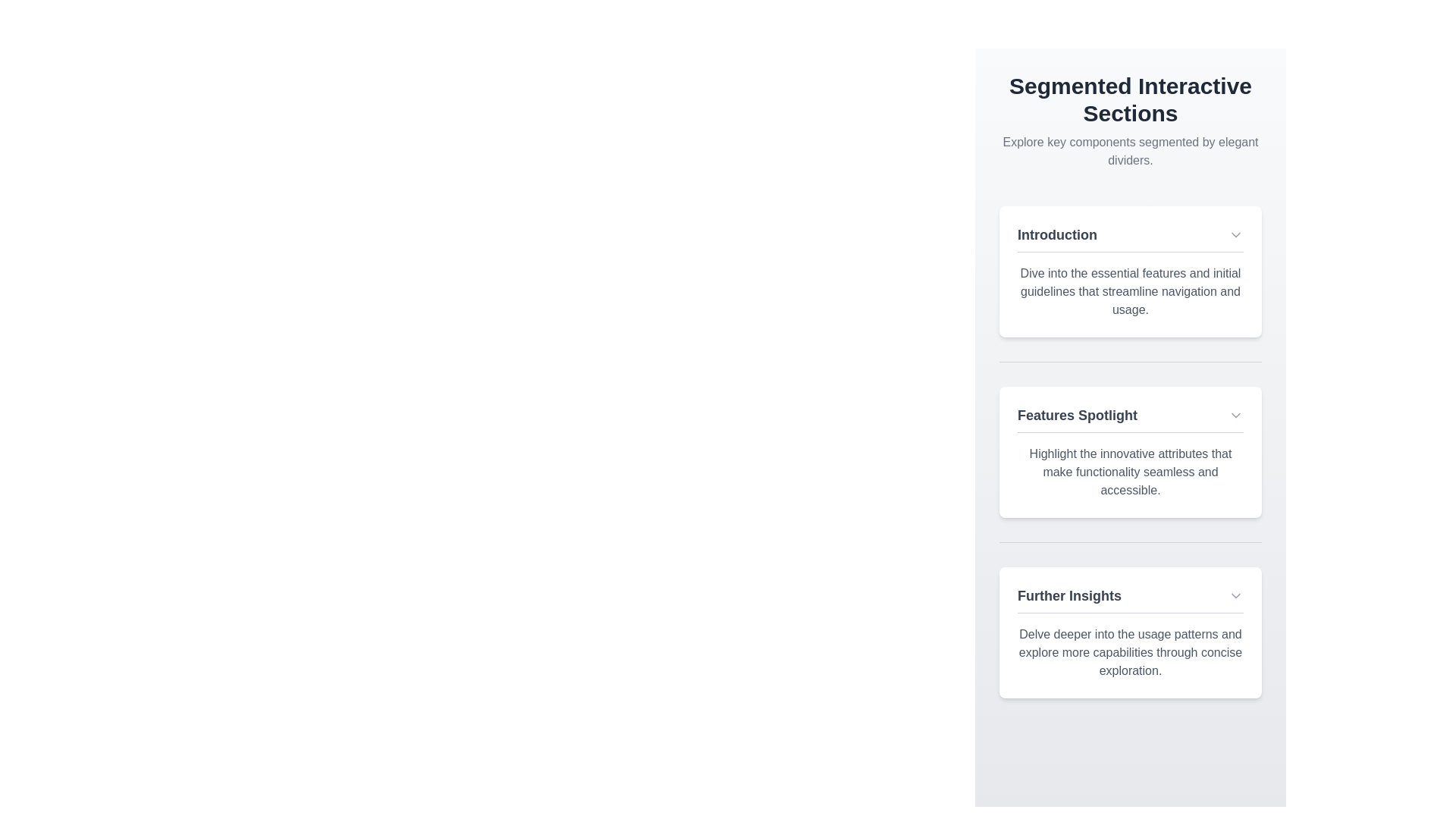 This screenshot has width=1456, height=819. I want to click on the Text Label that serves as a title and introductory description for the segmented sections, positioned at the top of the layout above 'Introduction,' 'Features Spotlight,' and 'Further Insights.', so click(1131, 120).